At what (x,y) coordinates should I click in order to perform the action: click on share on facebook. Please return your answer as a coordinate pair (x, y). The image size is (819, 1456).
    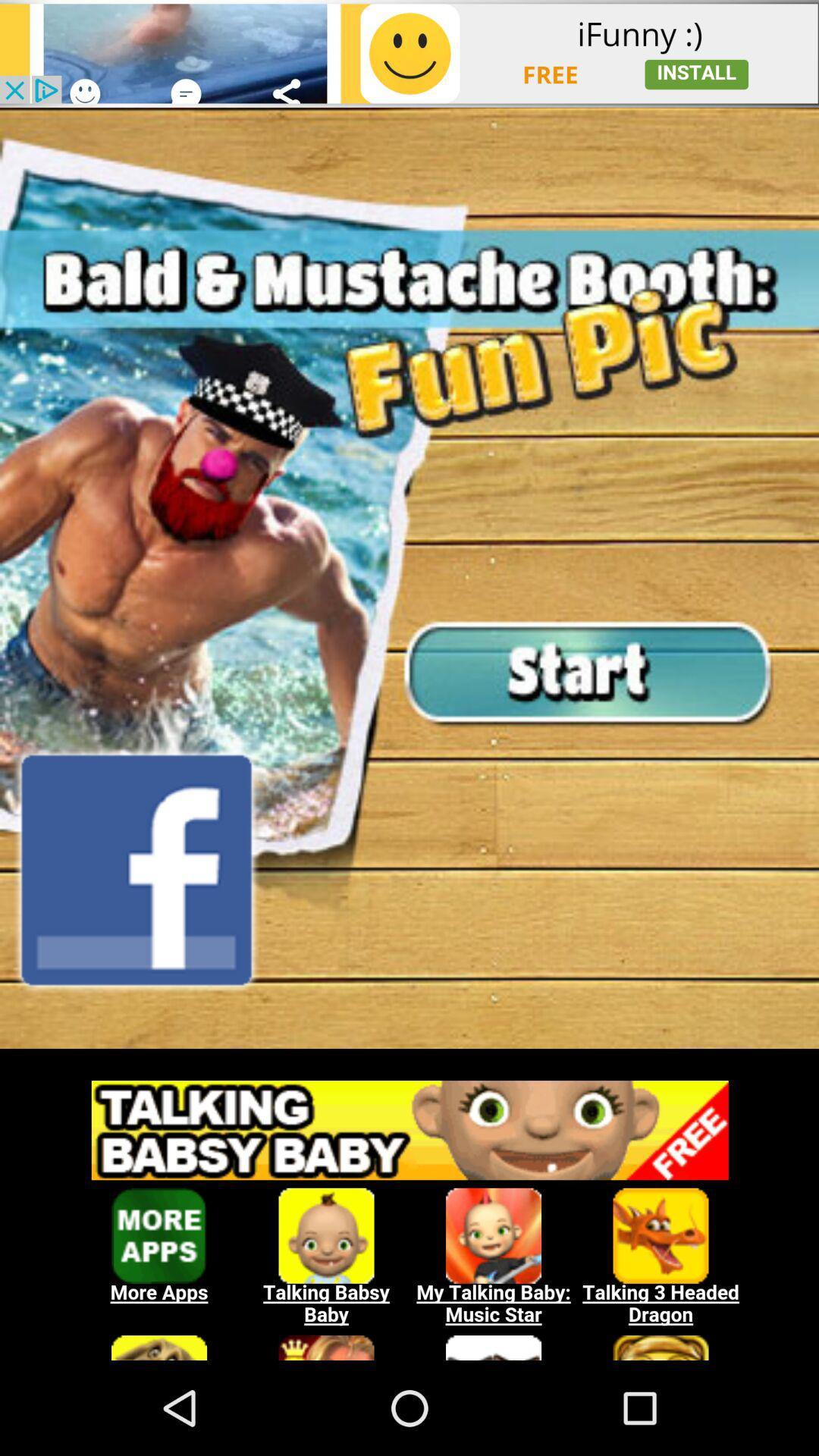
    Looking at the image, I should click on (136, 870).